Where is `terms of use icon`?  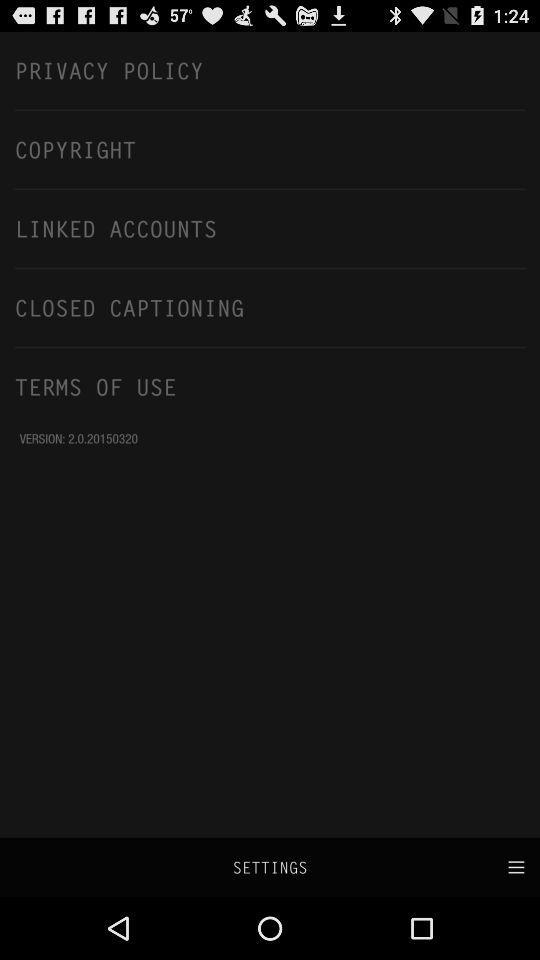
terms of use icon is located at coordinates (270, 385).